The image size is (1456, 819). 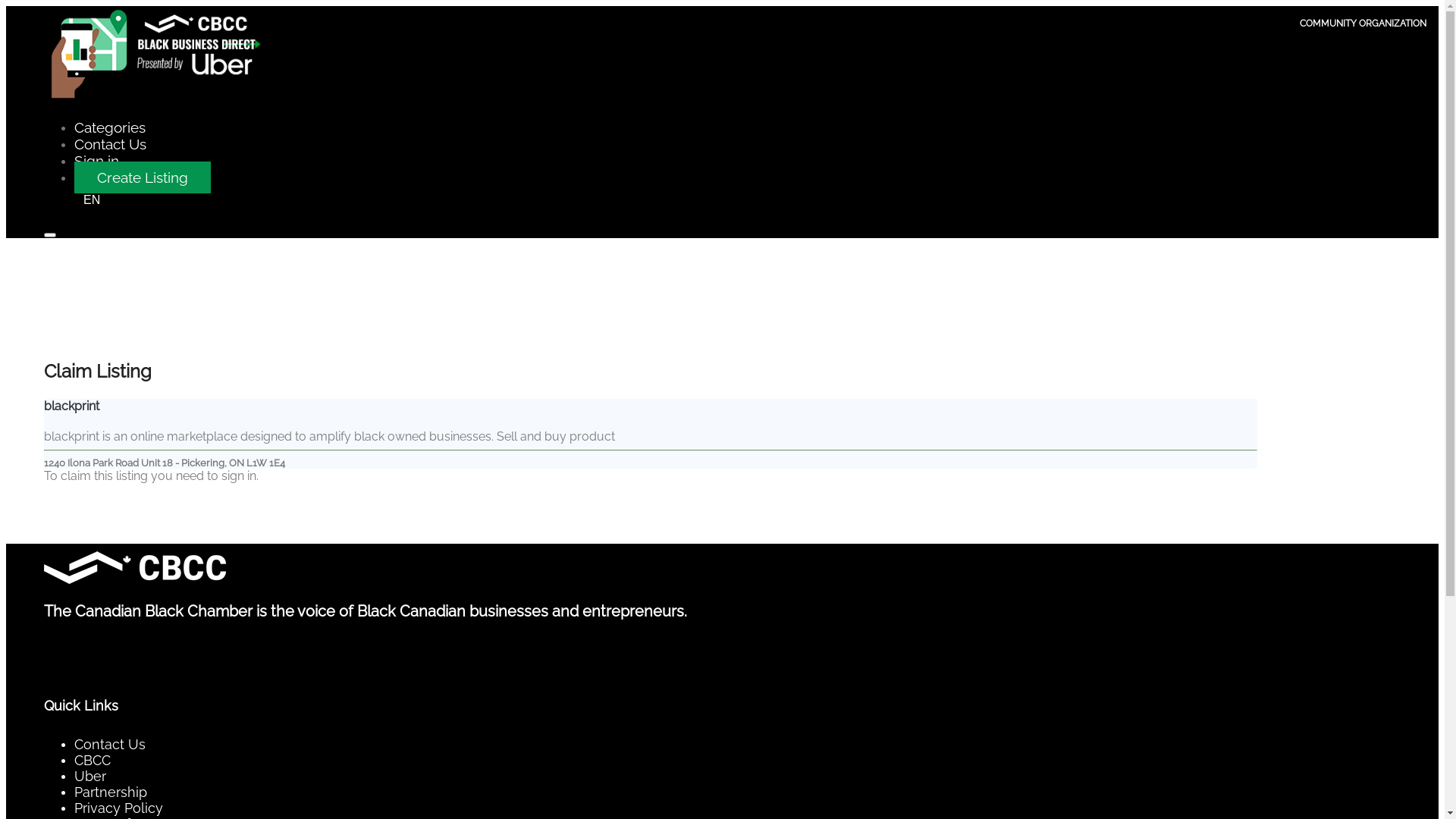 I want to click on 'Partnership', so click(x=109, y=791).